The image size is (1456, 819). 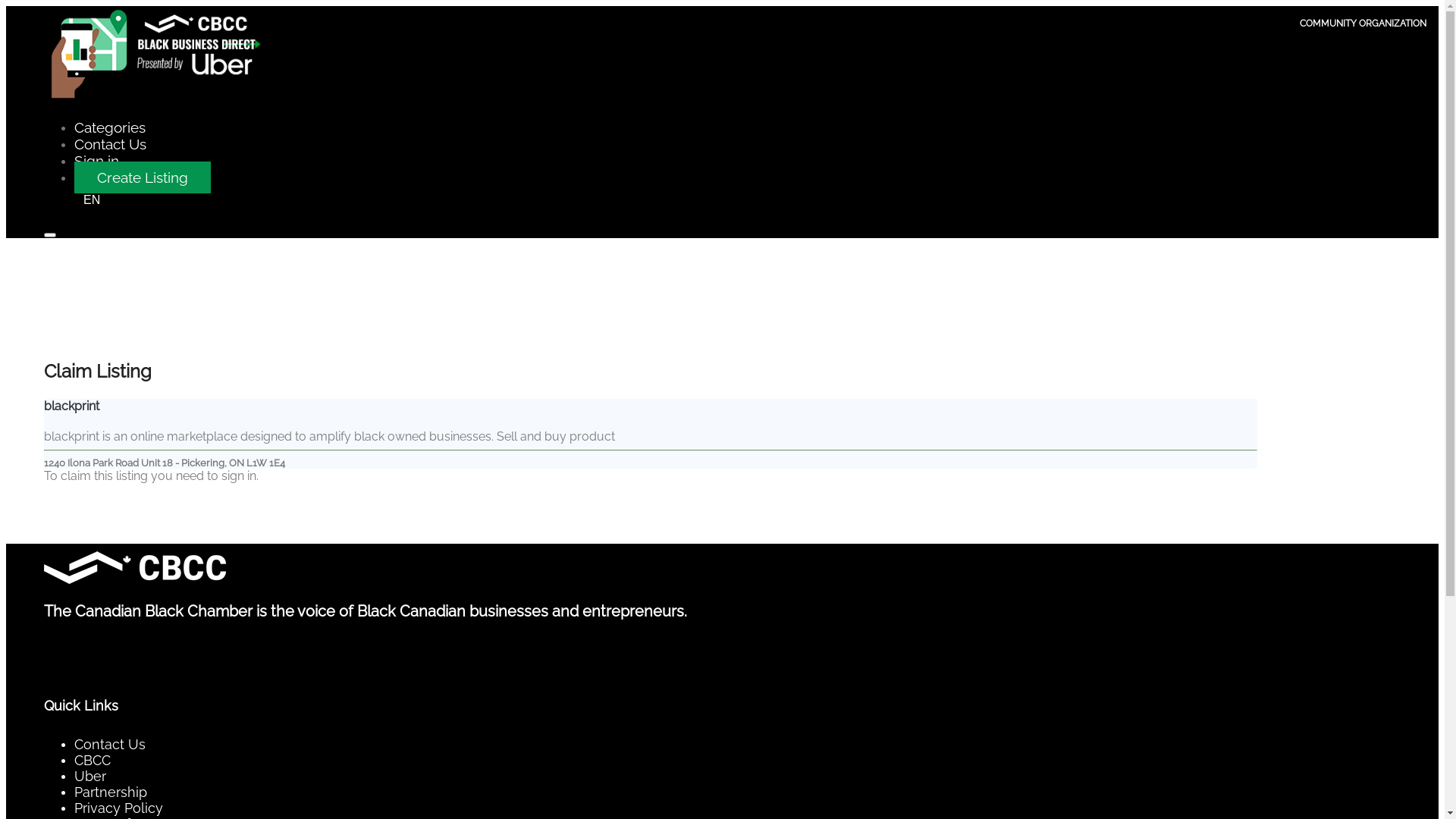 I want to click on 'Partnership', so click(x=109, y=791).